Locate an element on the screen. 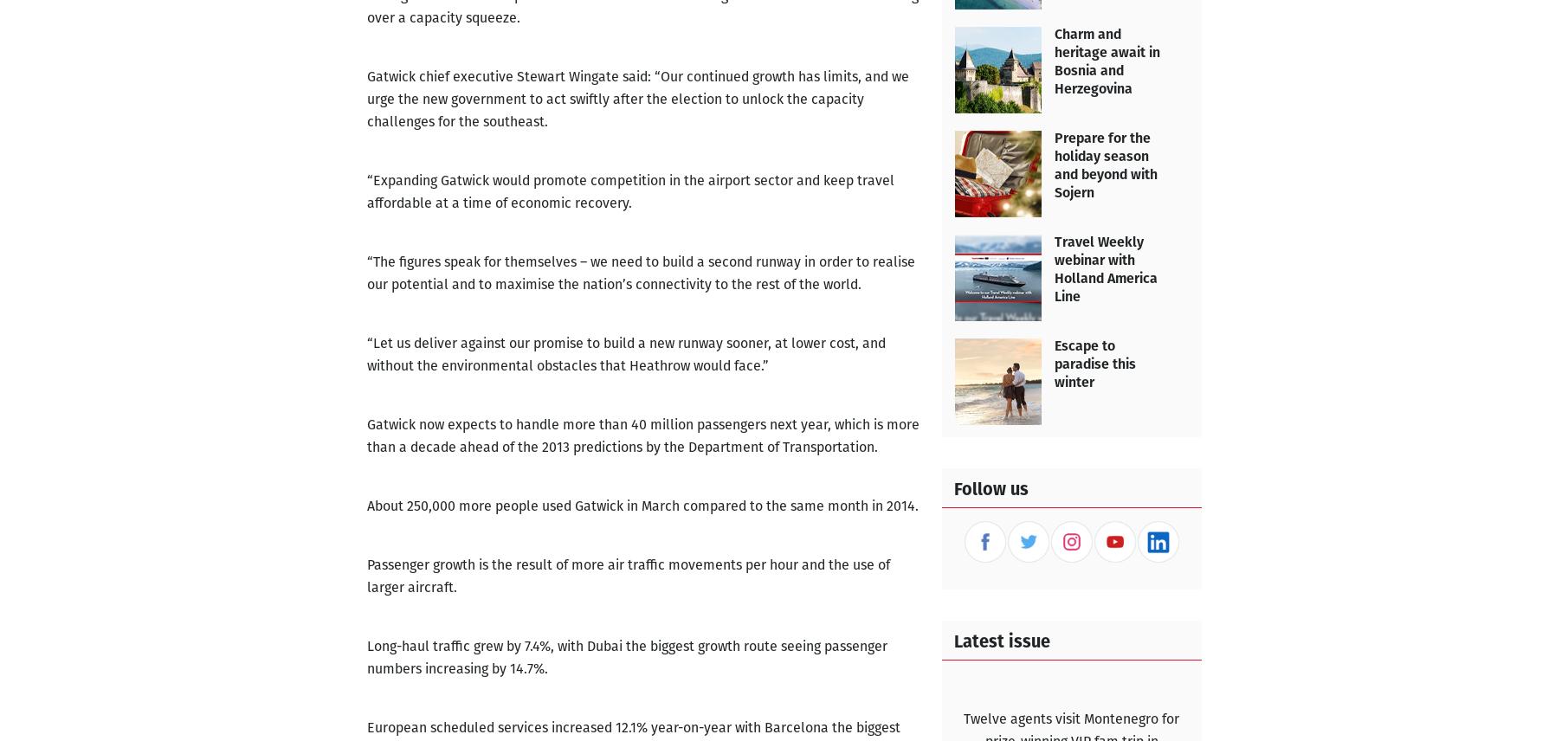 The width and height of the screenshot is (1568, 741). 'Travel Weekly webinar with Holland America Line' is located at coordinates (1105, 270).